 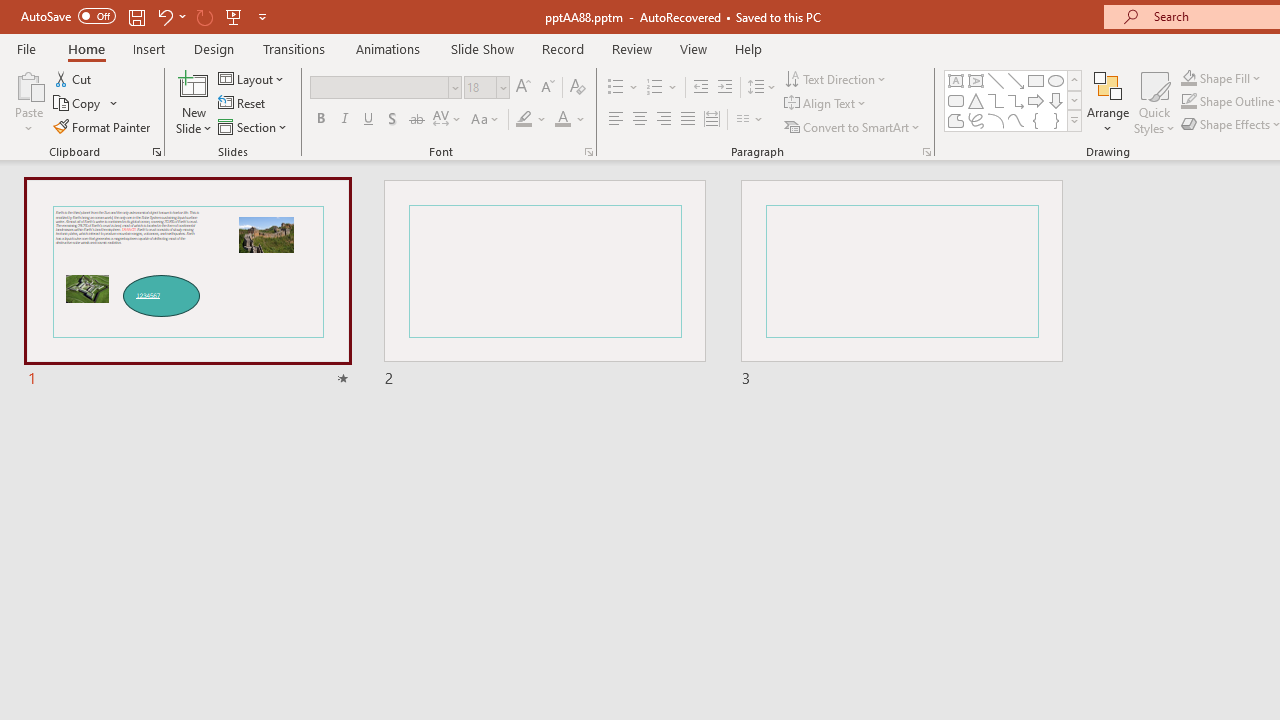 What do you see at coordinates (1107, 103) in the screenshot?
I see `'Arrange'` at bounding box center [1107, 103].